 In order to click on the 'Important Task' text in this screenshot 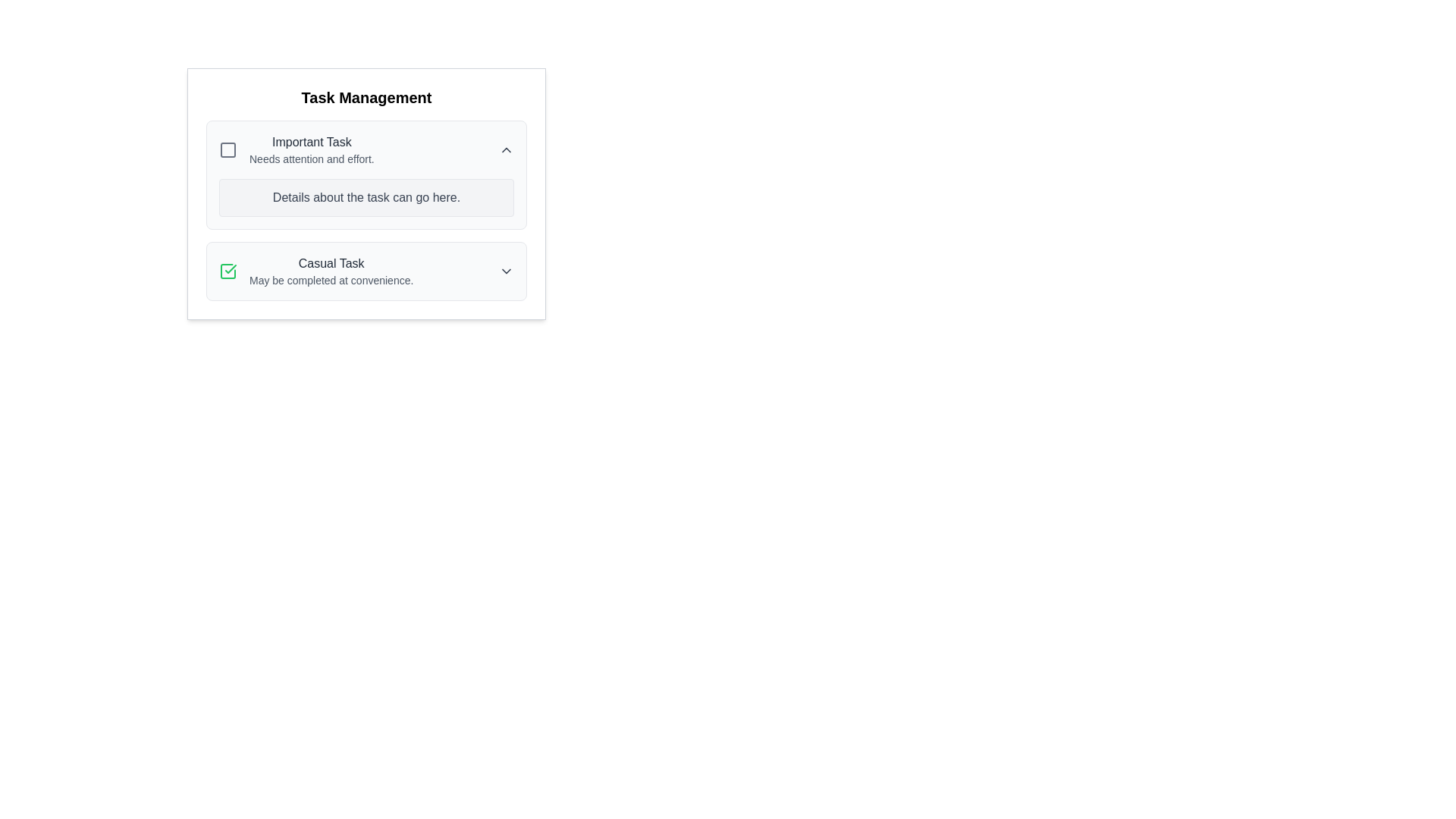, I will do `click(297, 149)`.